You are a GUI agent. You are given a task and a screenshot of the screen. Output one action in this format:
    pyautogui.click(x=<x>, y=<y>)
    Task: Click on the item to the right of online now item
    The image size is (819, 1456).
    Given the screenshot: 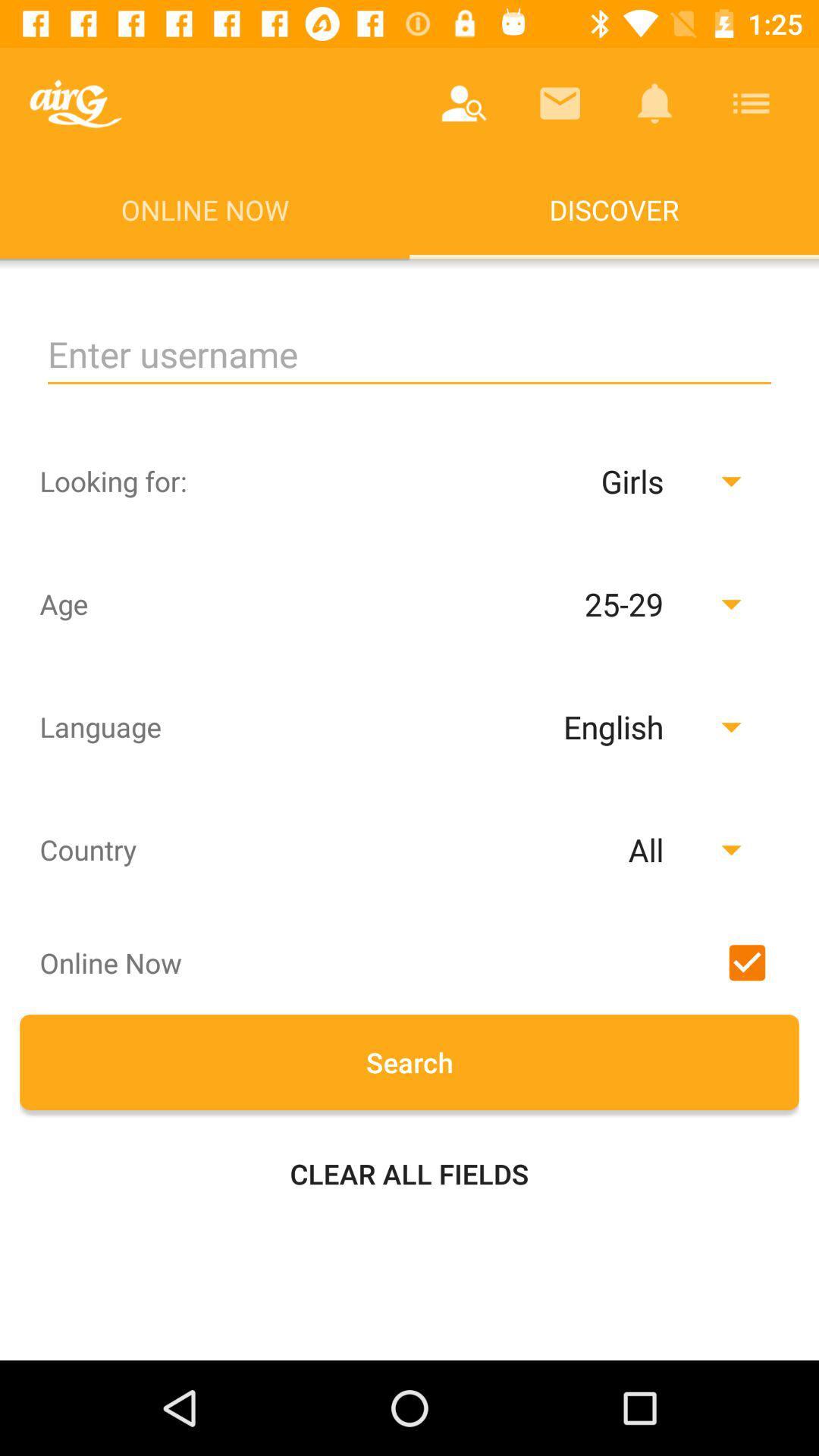 What is the action you would take?
    pyautogui.click(x=463, y=102)
    